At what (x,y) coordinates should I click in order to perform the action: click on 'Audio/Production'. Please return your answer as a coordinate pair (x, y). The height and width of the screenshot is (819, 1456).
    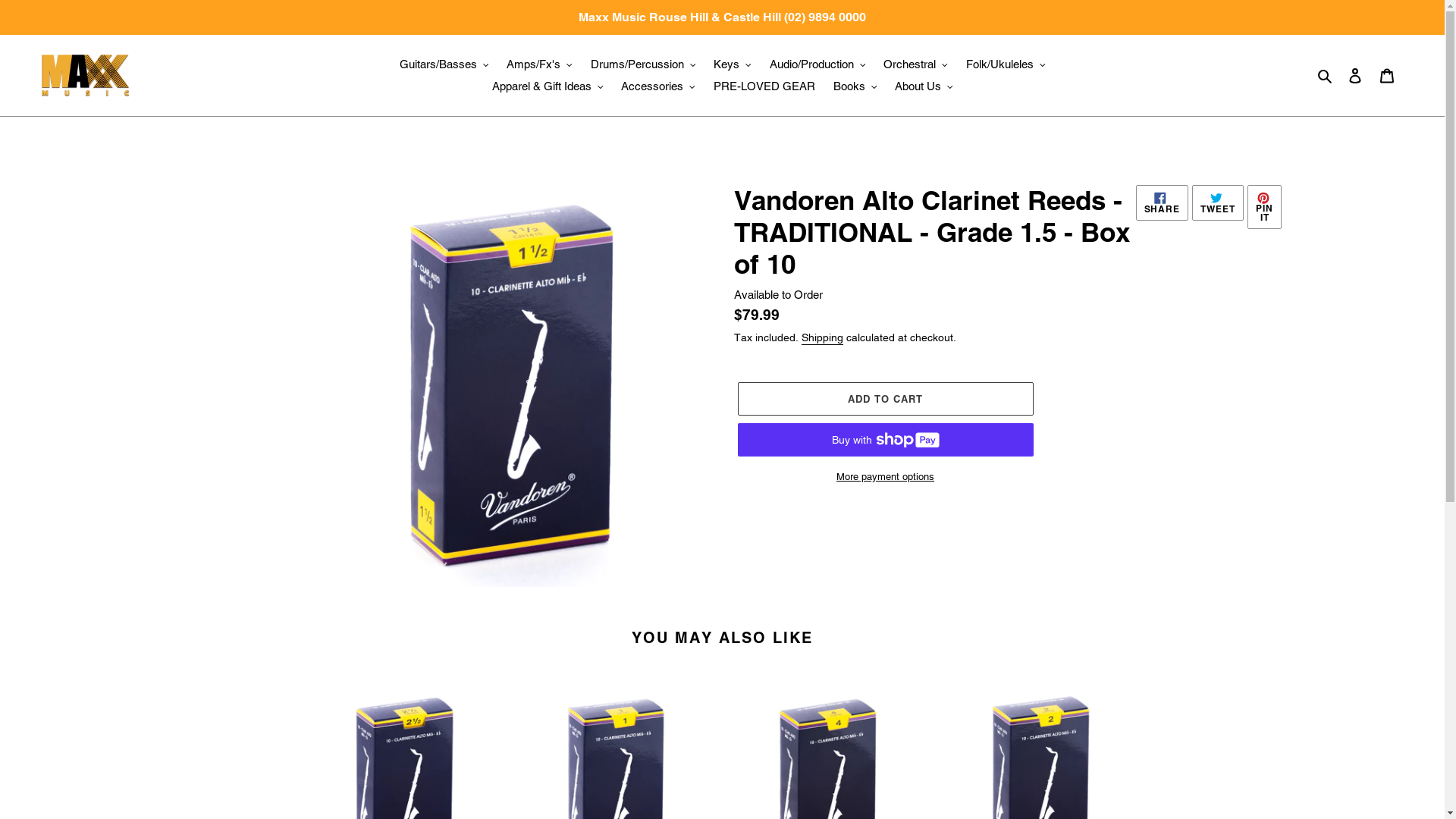
    Looking at the image, I should click on (817, 64).